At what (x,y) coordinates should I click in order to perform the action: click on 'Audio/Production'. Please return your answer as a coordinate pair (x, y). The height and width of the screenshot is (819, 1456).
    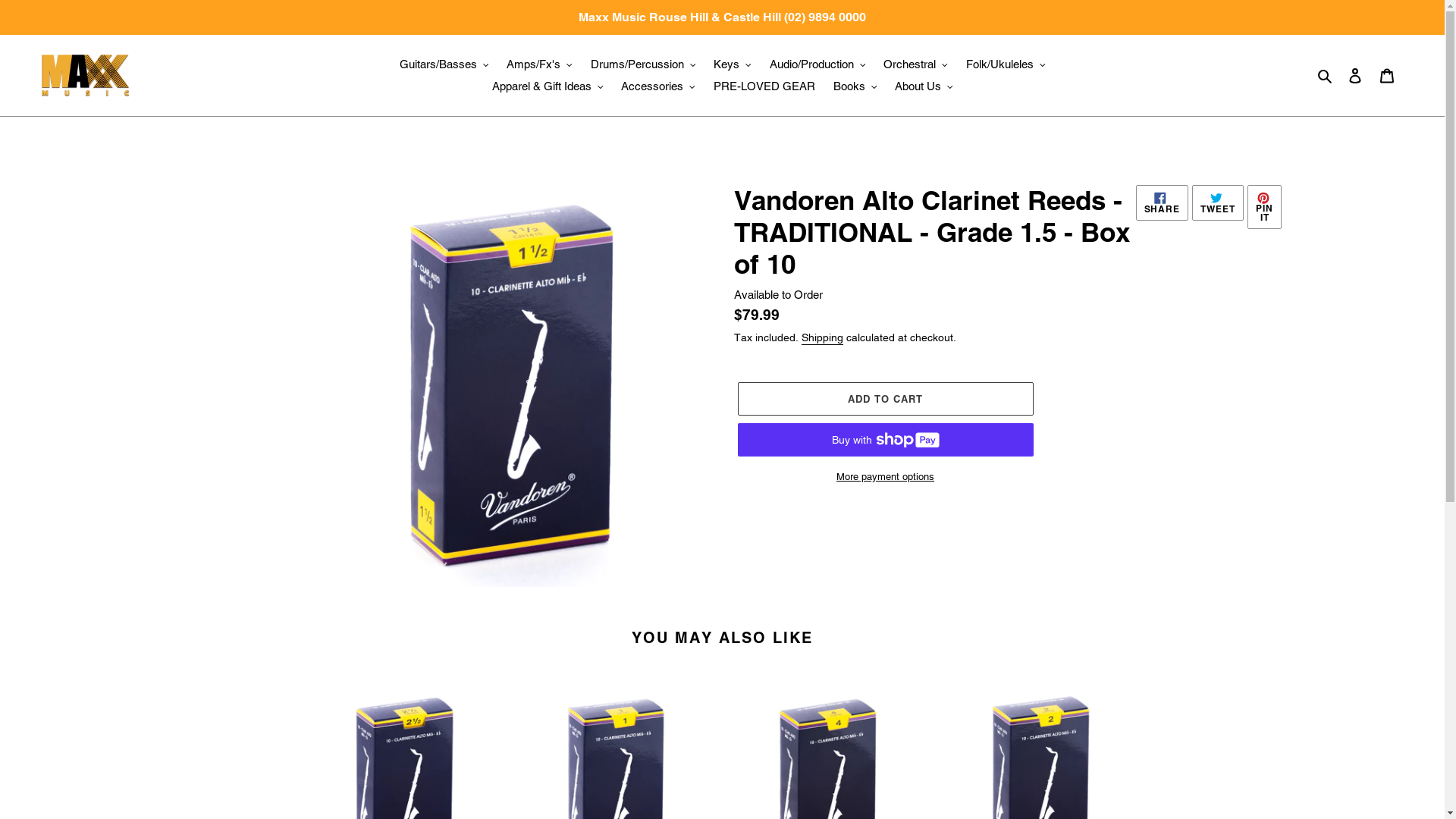
    Looking at the image, I should click on (817, 64).